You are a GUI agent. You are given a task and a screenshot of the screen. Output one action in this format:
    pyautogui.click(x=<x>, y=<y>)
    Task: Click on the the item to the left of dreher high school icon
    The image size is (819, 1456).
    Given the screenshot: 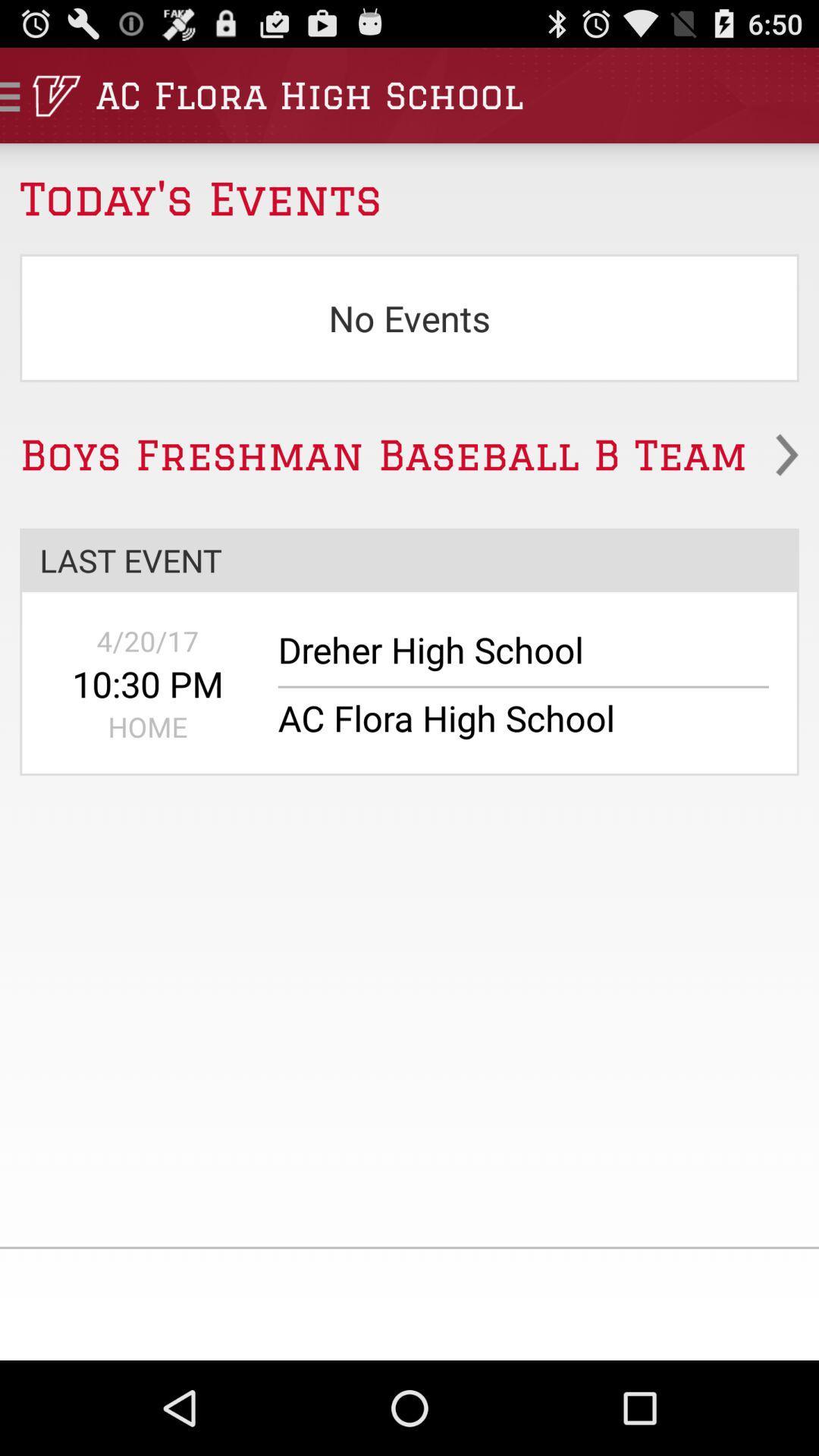 What is the action you would take?
    pyautogui.click(x=148, y=682)
    